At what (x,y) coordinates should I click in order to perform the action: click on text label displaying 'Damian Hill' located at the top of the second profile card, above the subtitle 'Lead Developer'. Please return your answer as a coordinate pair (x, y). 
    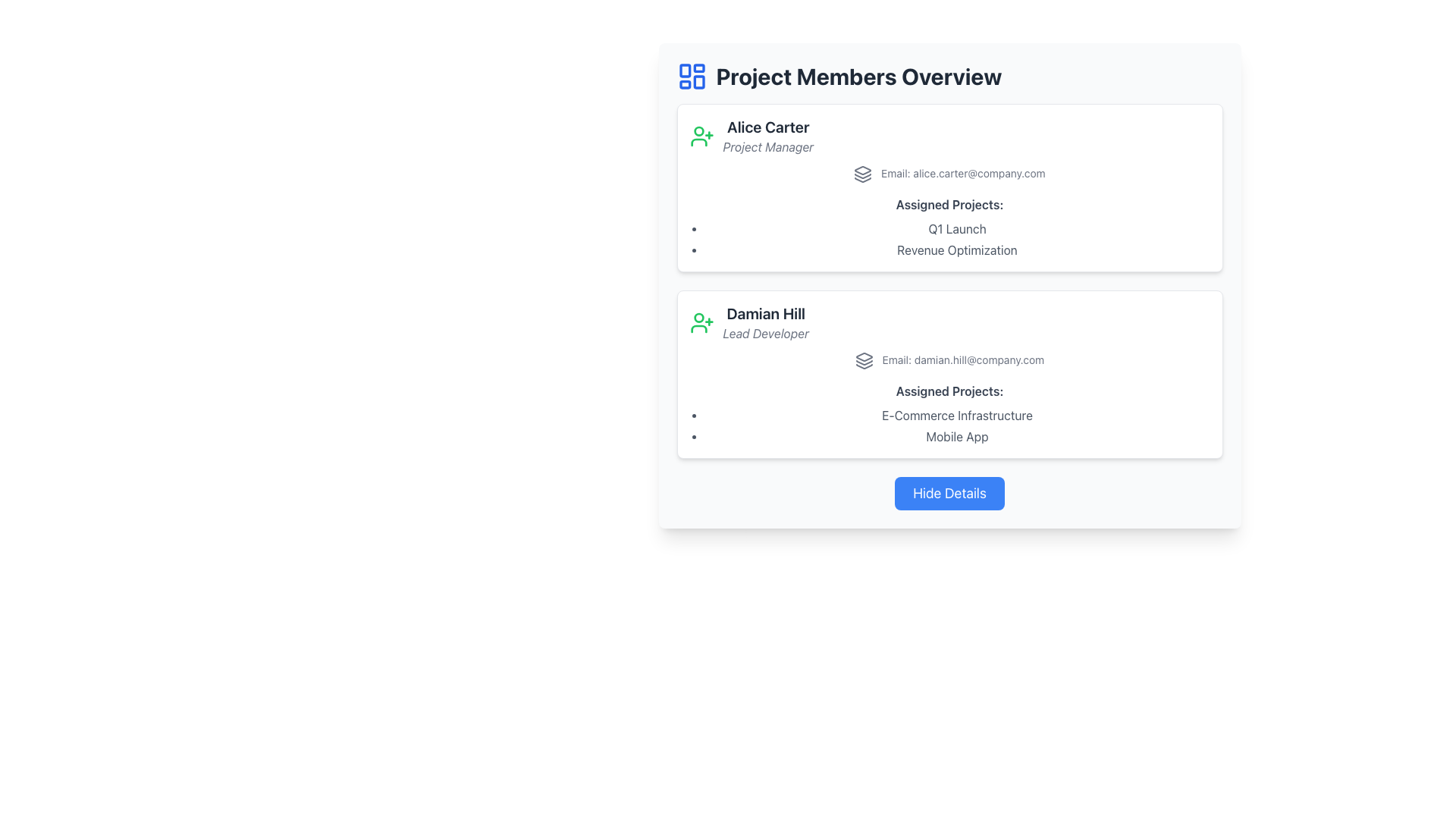
    Looking at the image, I should click on (766, 312).